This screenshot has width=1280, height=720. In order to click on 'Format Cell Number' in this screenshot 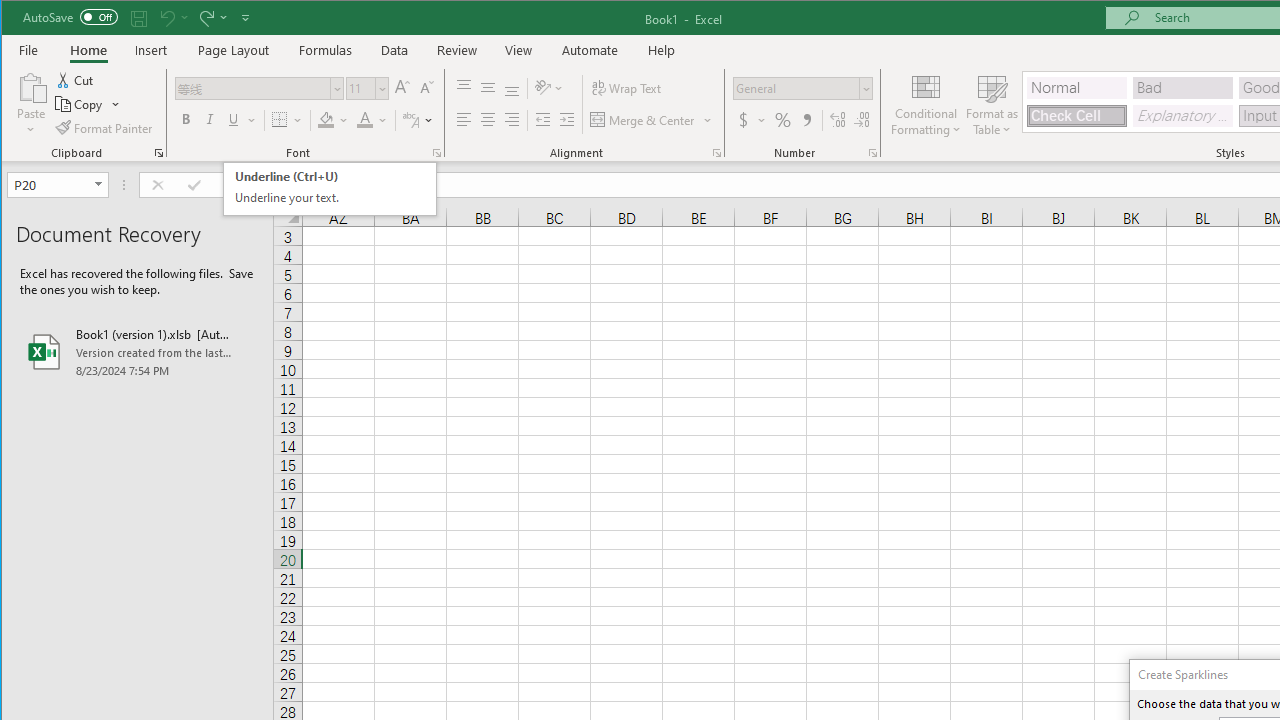, I will do `click(872, 152)`.